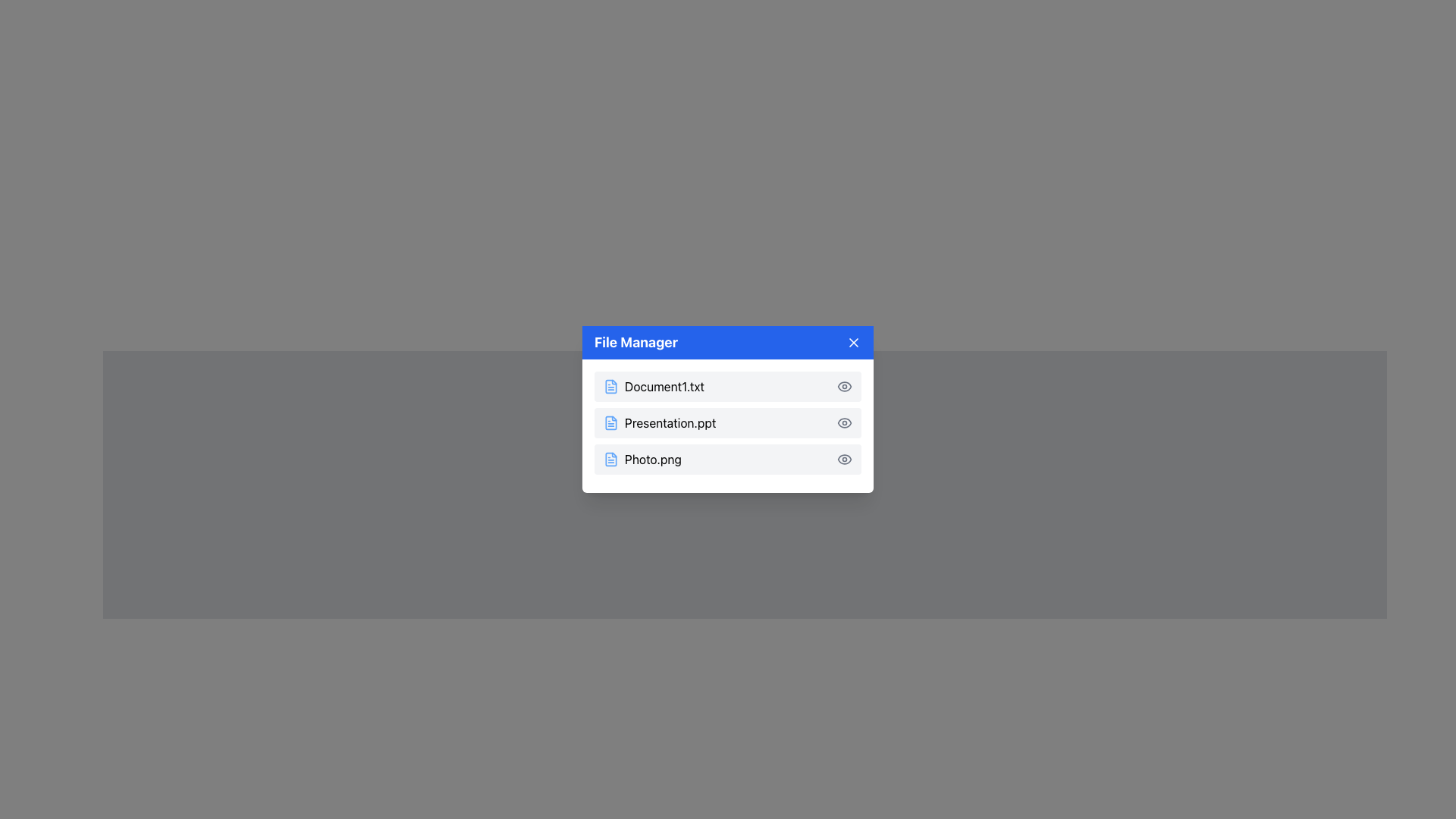 The width and height of the screenshot is (1456, 819). Describe the element at coordinates (843, 385) in the screenshot. I see `the eye icon located on the far right of the row corresponding to 'Document1.txt'` at that location.